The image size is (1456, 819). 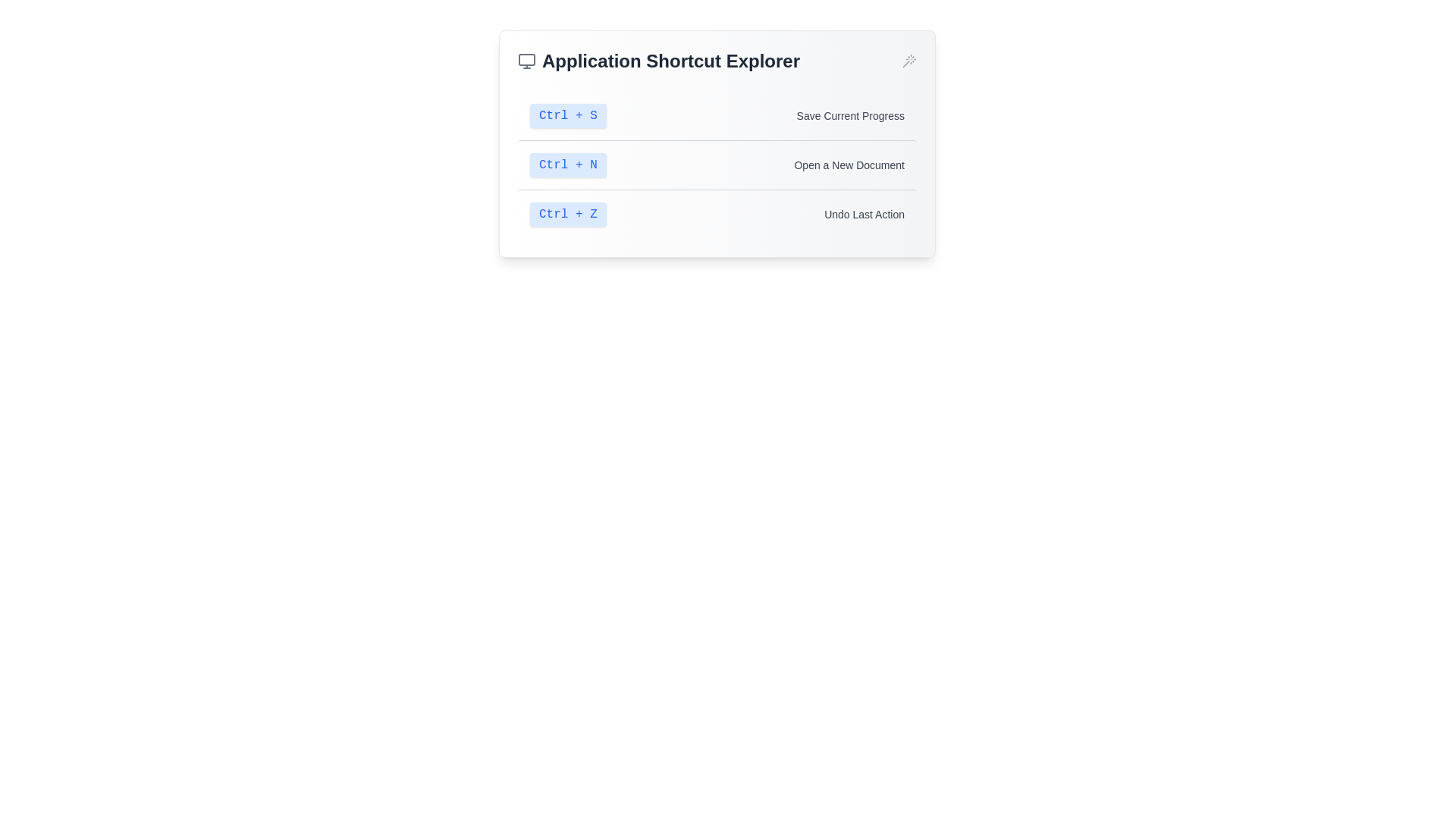 I want to click on the label displaying 'Ctrl + N' which has a blue background and is located adjacent to the text 'Open a New Document', so click(x=567, y=165).